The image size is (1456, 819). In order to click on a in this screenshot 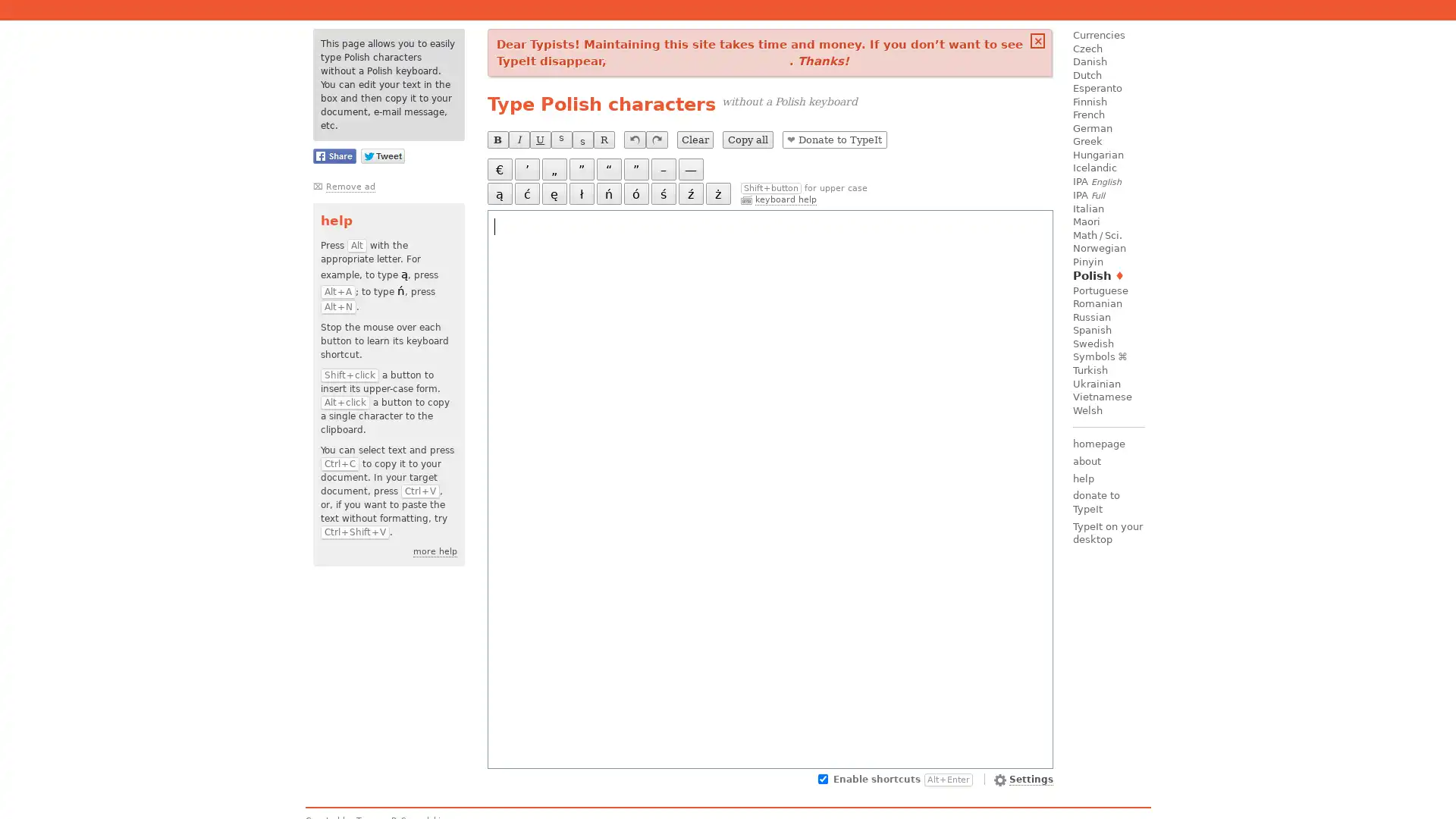, I will do `click(499, 193)`.